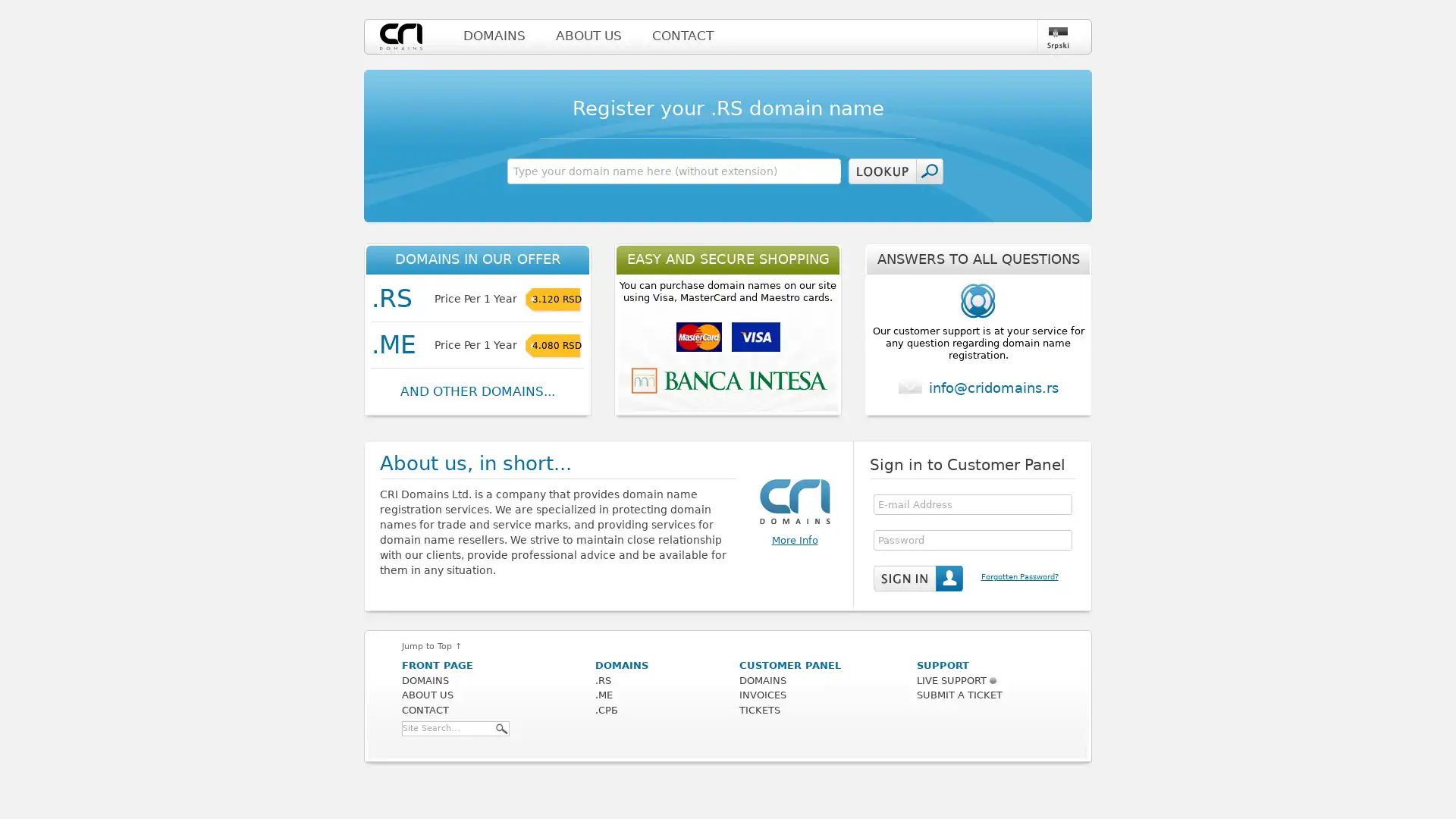 Image resolution: width=1456 pixels, height=819 pixels. What do you see at coordinates (917, 579) in the screenshot?
I see `Sign in` at bounding box center [917, 579].